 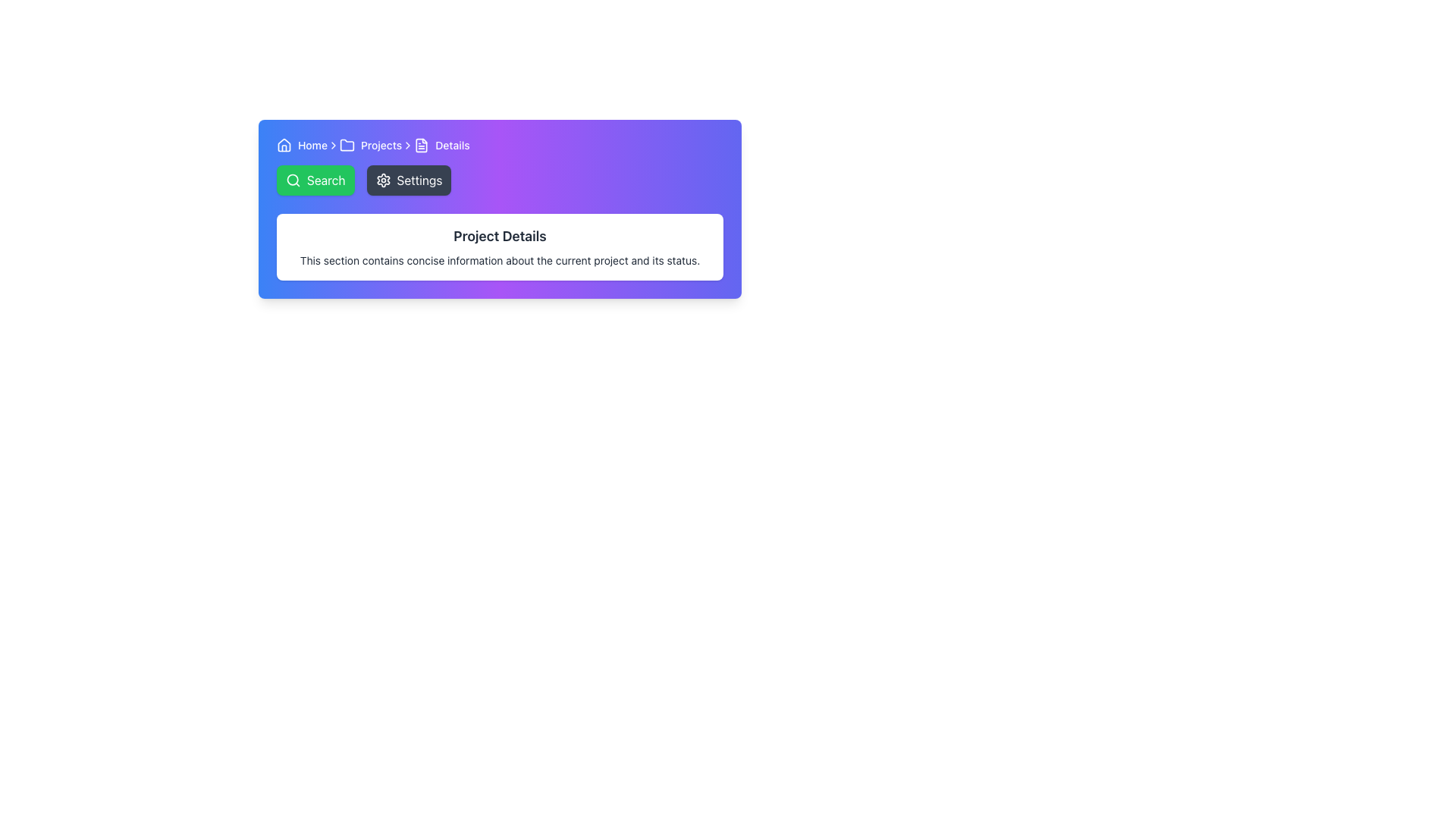 I want to click on search icon located within the green rectangular button labeled 'Search', which is positioned towards the upper left section of the interface, so click(x=293, y=180).